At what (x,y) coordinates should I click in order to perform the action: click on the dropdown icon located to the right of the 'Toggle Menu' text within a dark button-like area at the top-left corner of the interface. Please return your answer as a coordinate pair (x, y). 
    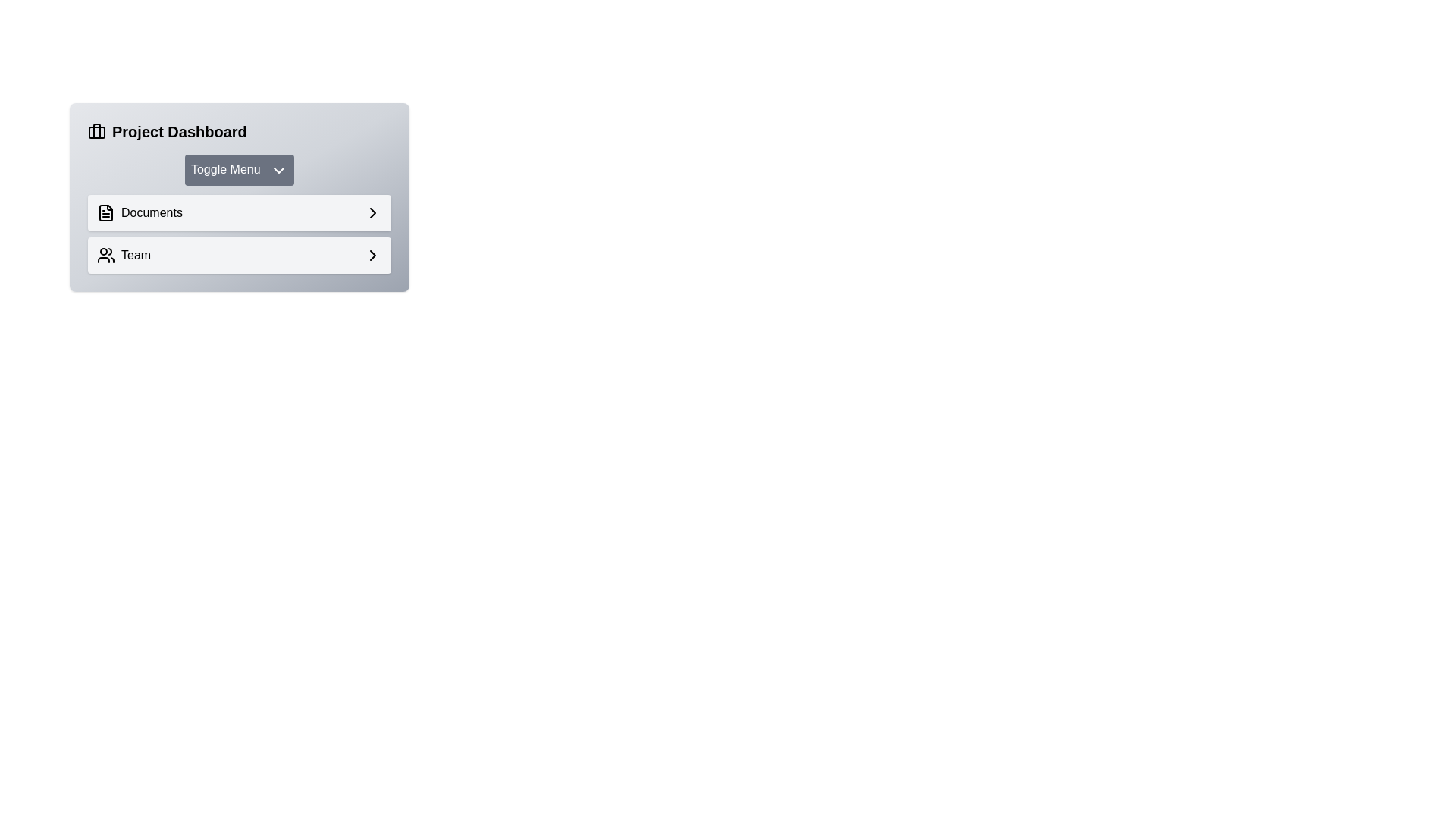
    Looking at the image, I should click on (279, 170).